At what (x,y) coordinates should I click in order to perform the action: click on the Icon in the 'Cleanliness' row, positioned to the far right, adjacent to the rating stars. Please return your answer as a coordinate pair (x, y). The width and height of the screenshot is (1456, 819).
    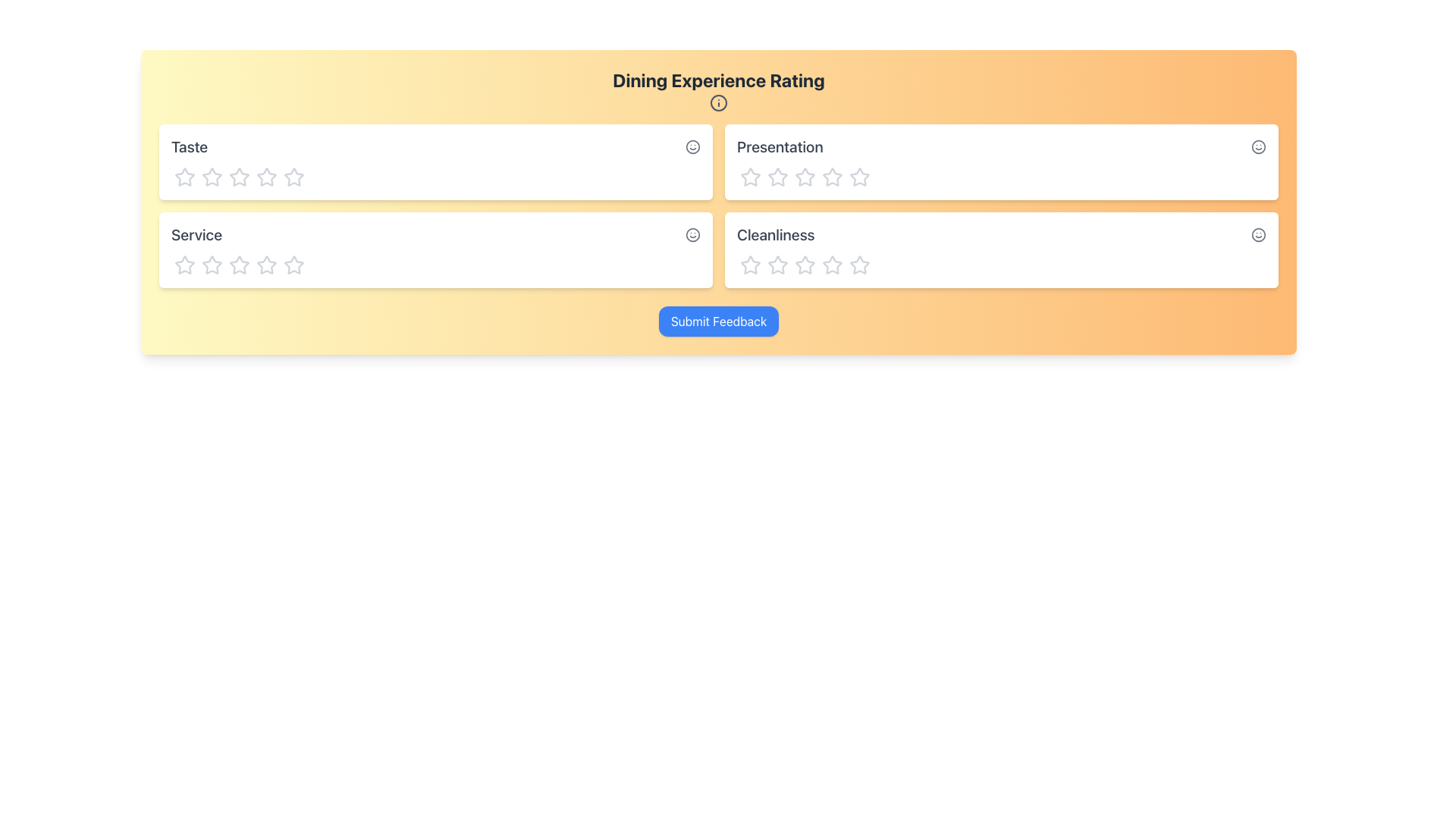
    Looking at the image, I should click on (1259, 234).